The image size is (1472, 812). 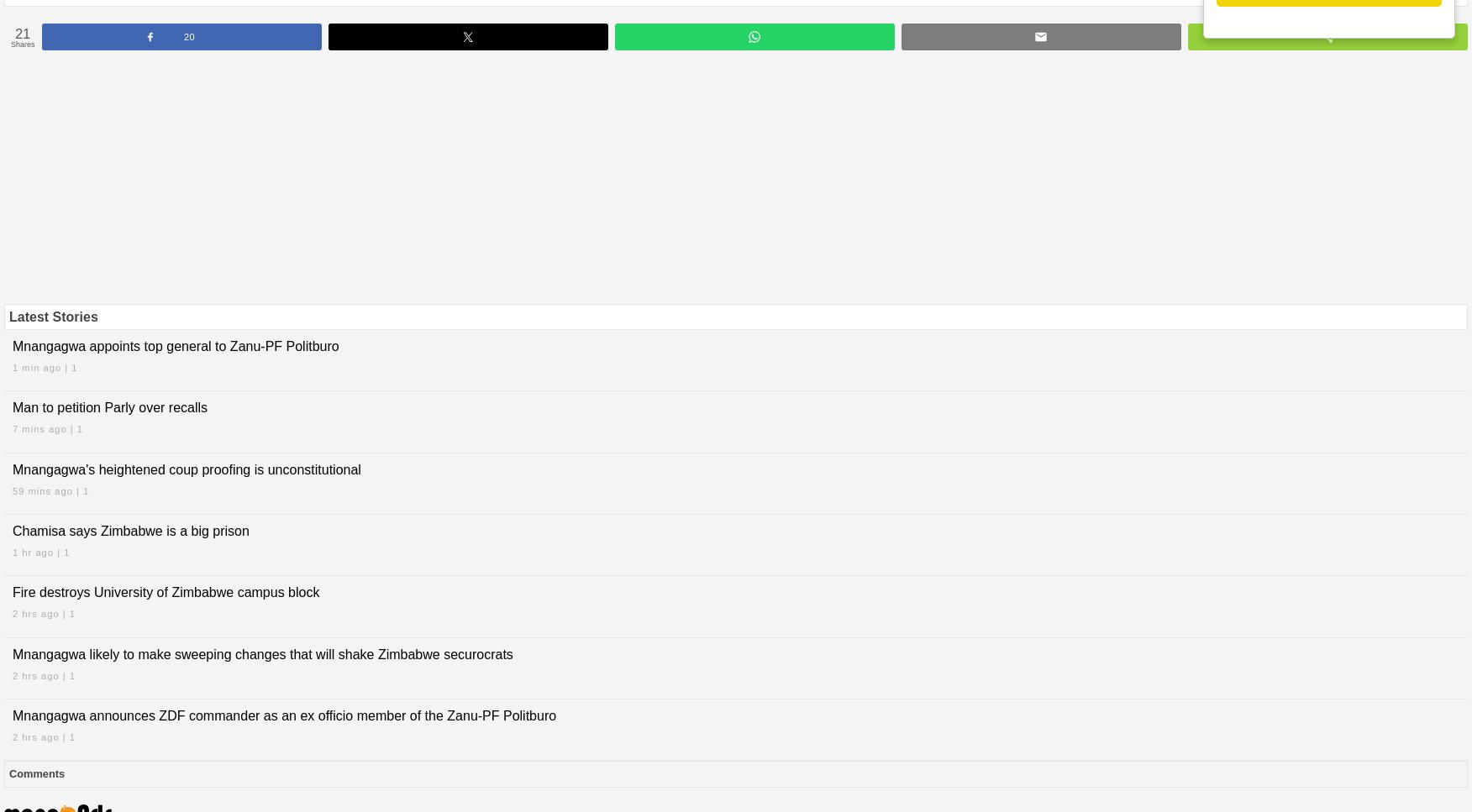 What do you see at coordinates (166, 592) in the screenshot?
I see `'Fire destroys University of Zimbabwe campus block'` at bounding box center [166, 592].